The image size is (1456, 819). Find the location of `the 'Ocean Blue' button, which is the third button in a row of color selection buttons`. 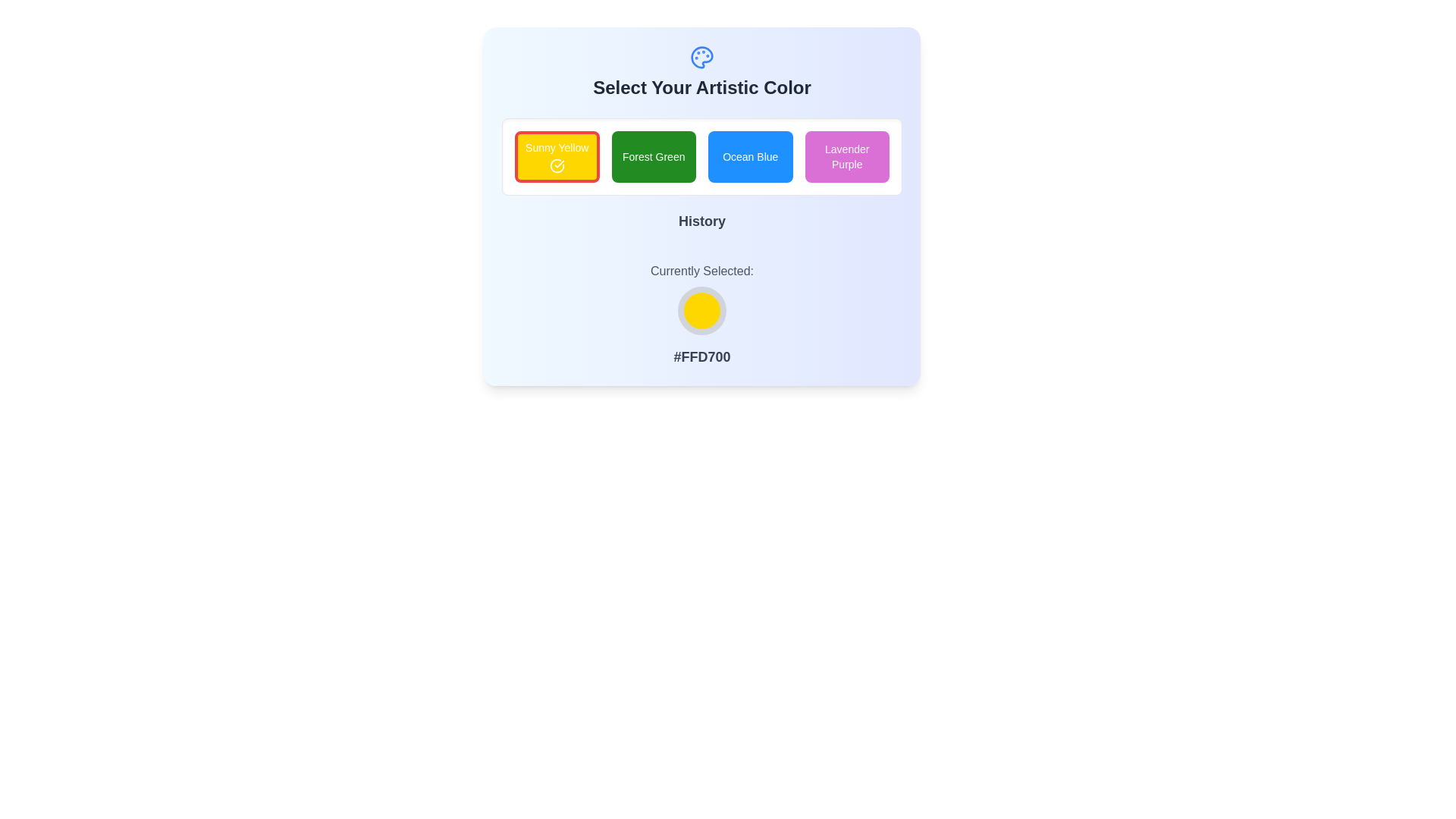

the 'Ocean Blue' button, which is the third button in a row of color selection buttons is located at coordinates (750, 157).